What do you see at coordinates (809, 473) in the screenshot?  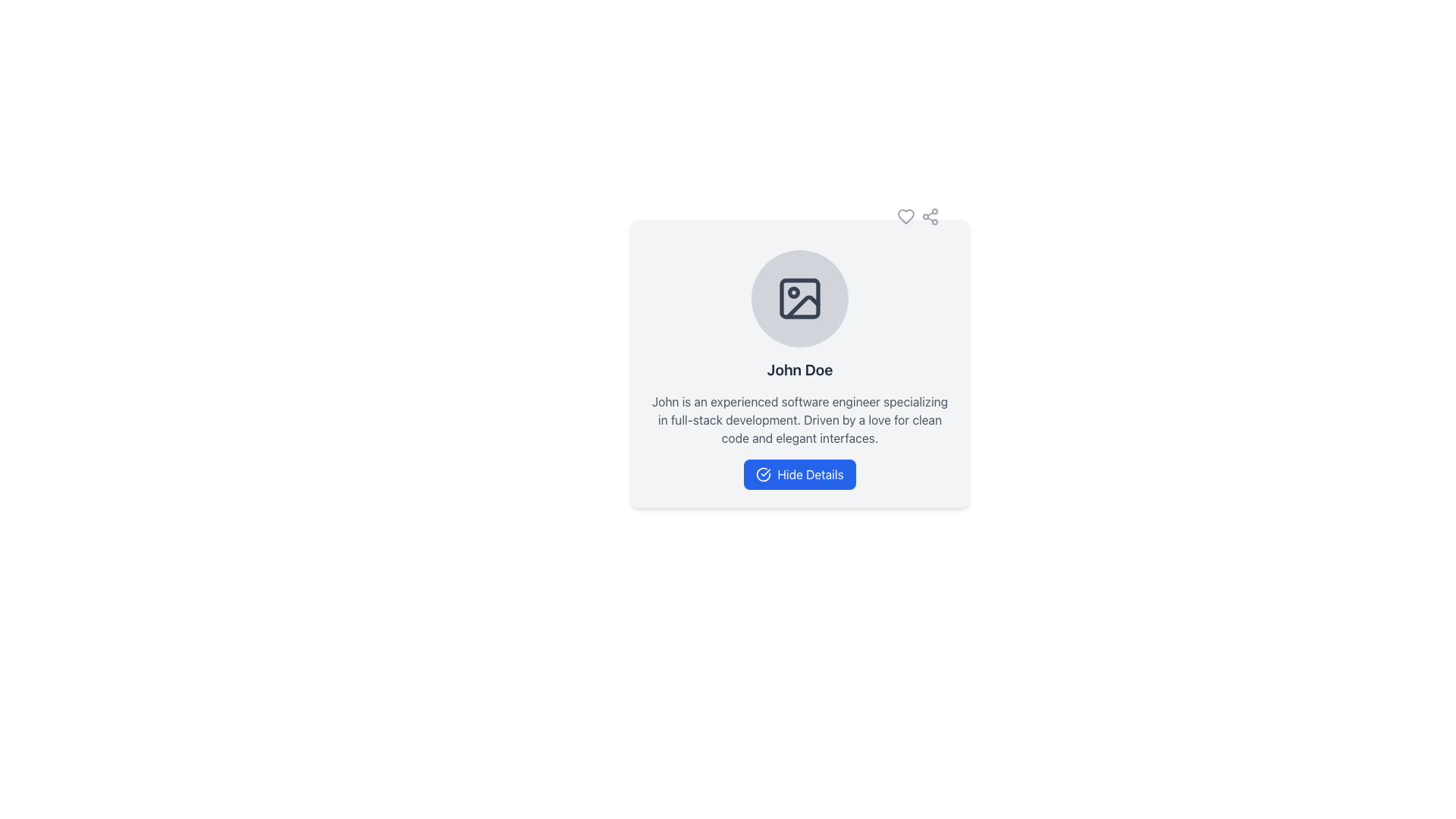 I see `the Text Label within the rounded blue button at the bottom center of the user details card` at bounding box center [809, 473].